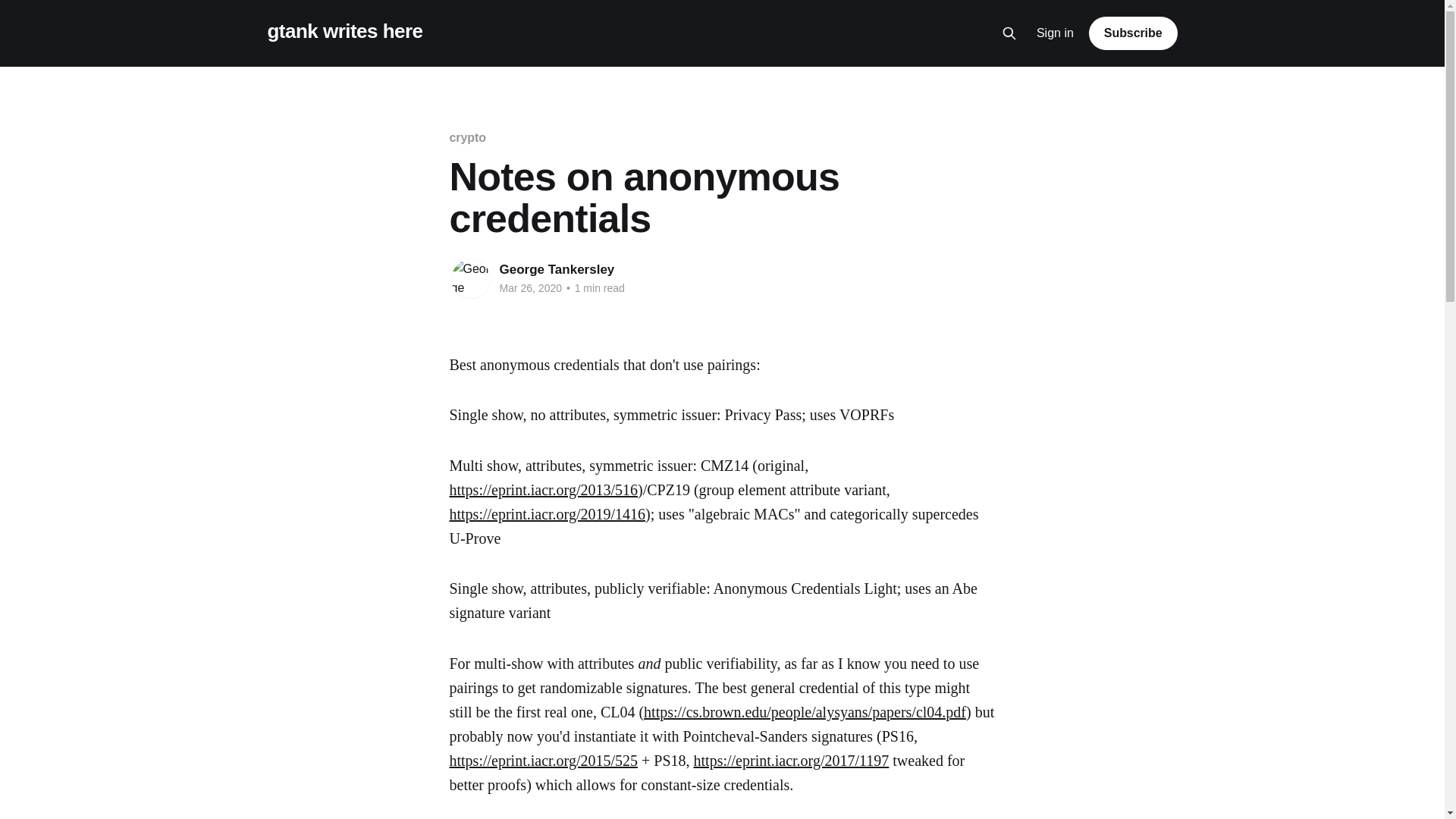  I want to click on 'https://cs.brown.edu/people/alysyans/papers/cl04.pdf', so click(804, 711).